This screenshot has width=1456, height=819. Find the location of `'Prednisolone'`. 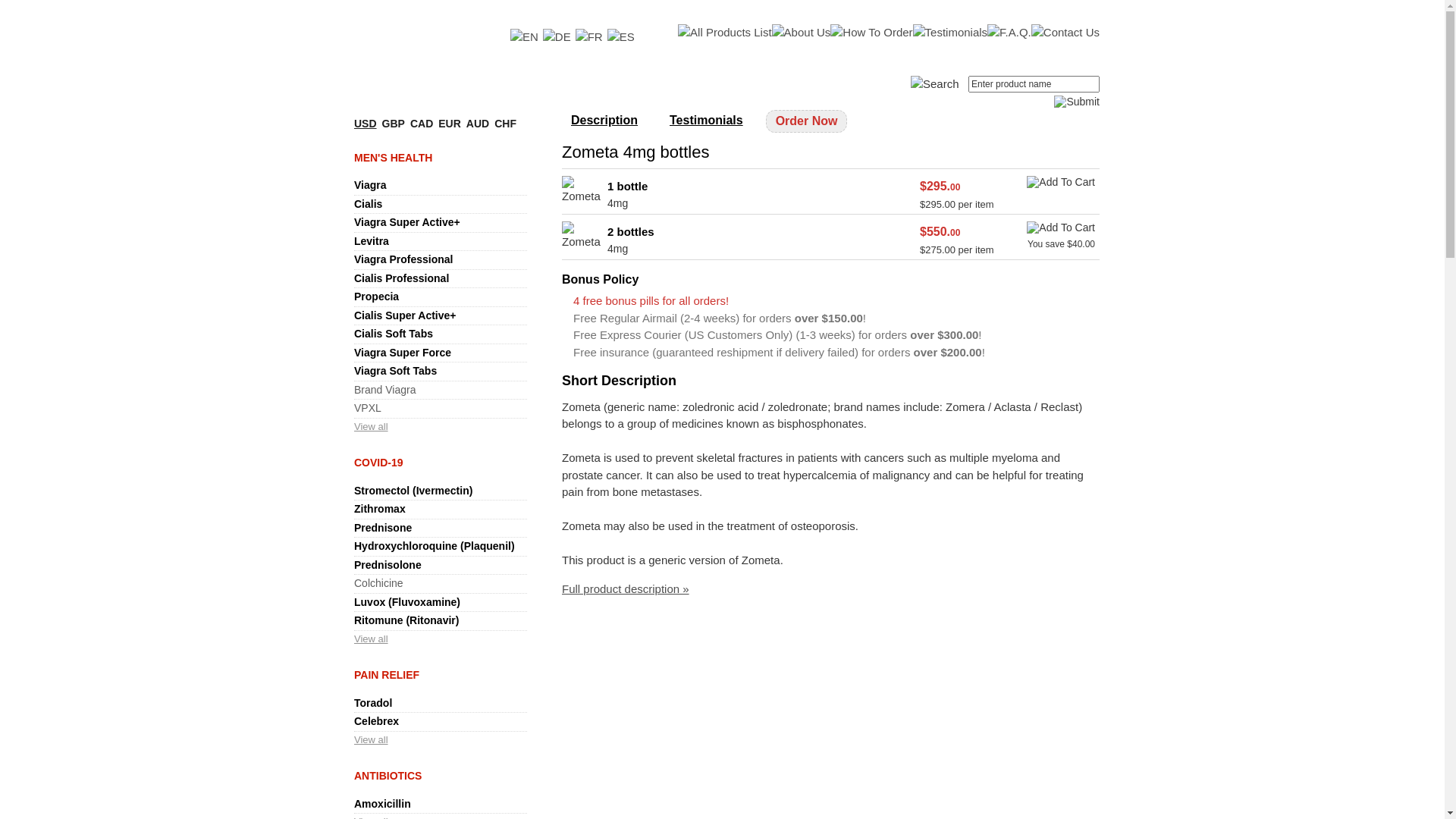

'Prednisolone' is located at coordinates (353, 564).